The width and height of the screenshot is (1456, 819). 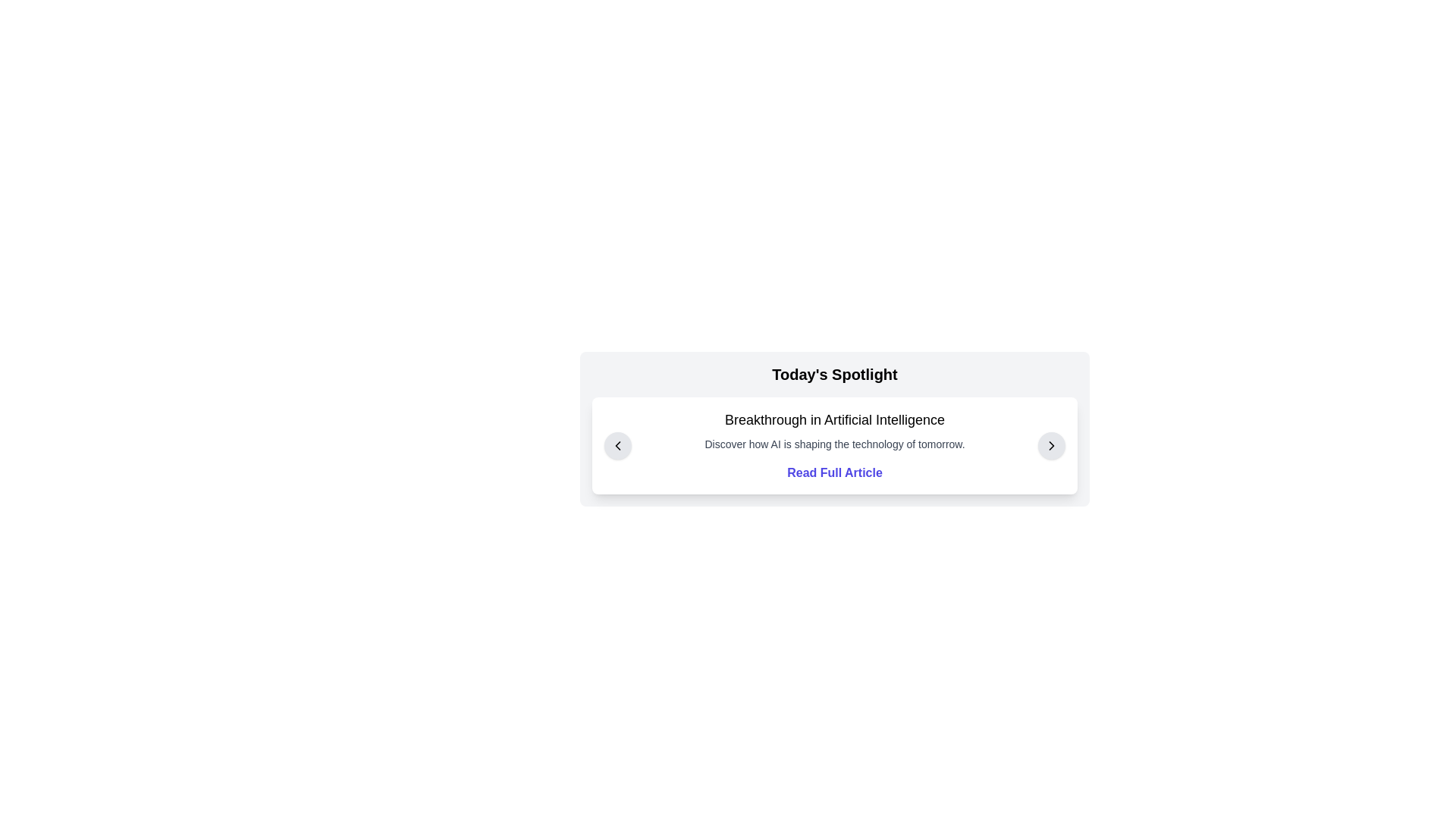 What do you see at coordinates (618, 444) in the screenshot?
I see `the 'Chevron Left' navigation arrow icon, which is a left-facing arrow within a light gray circular button` at bounding box center [618, 444].